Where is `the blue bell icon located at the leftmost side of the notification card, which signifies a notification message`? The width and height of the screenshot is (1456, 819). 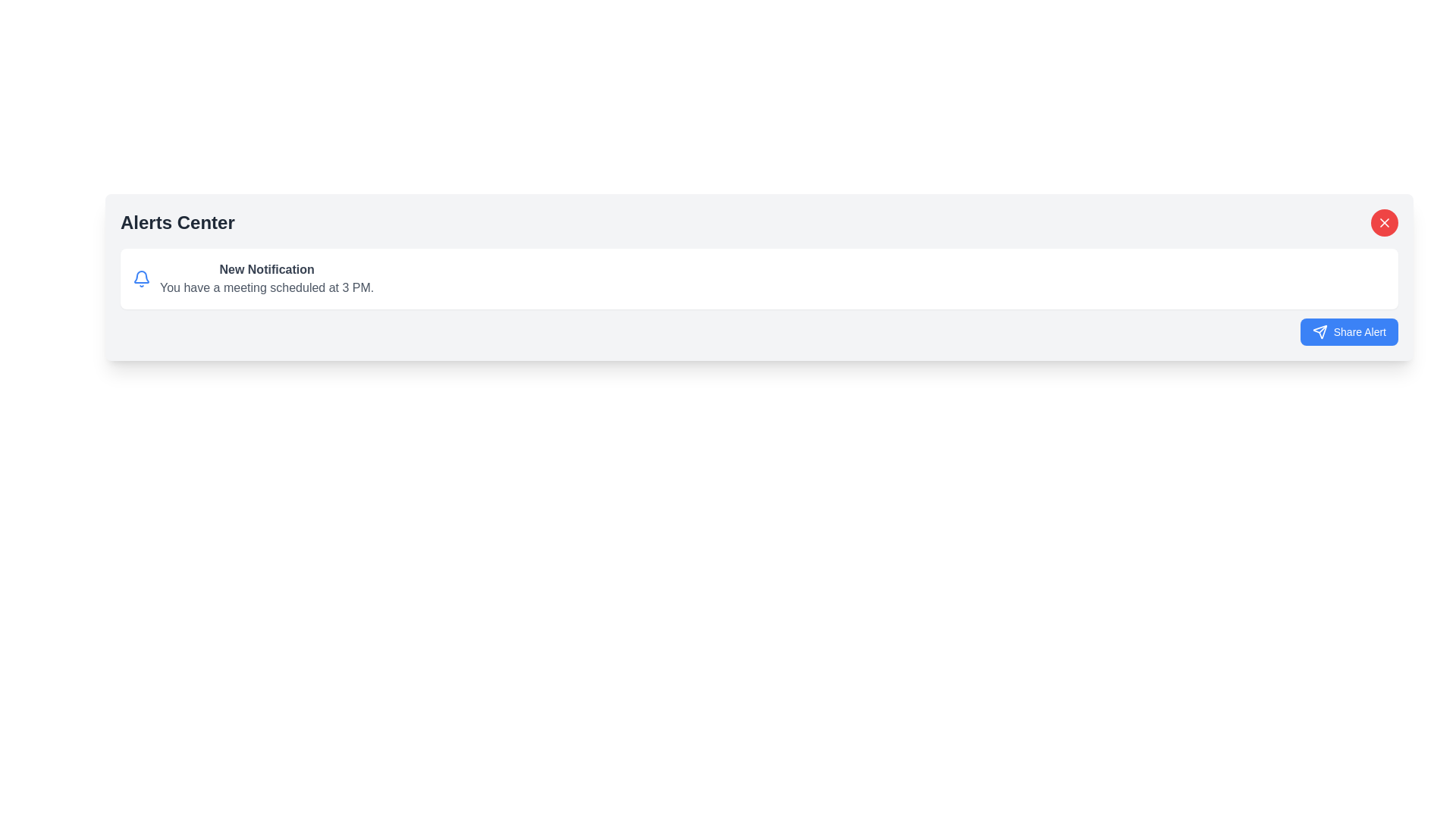 the blue bell icon located at the leftmost side of the notification card, which signifies a notification message is located at coordinates (142, 278).